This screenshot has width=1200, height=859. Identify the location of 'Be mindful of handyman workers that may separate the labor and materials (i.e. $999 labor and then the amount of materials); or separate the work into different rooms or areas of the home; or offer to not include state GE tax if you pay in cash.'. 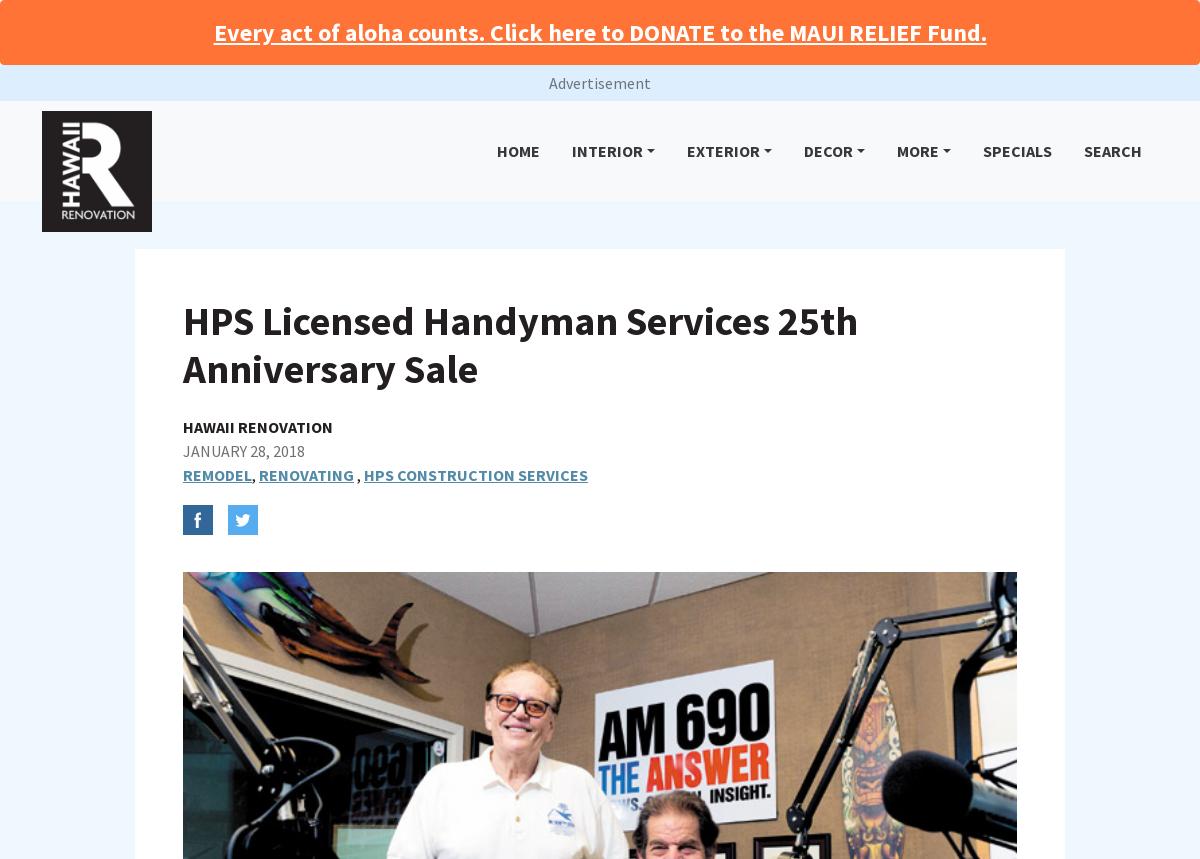
(182, 53).